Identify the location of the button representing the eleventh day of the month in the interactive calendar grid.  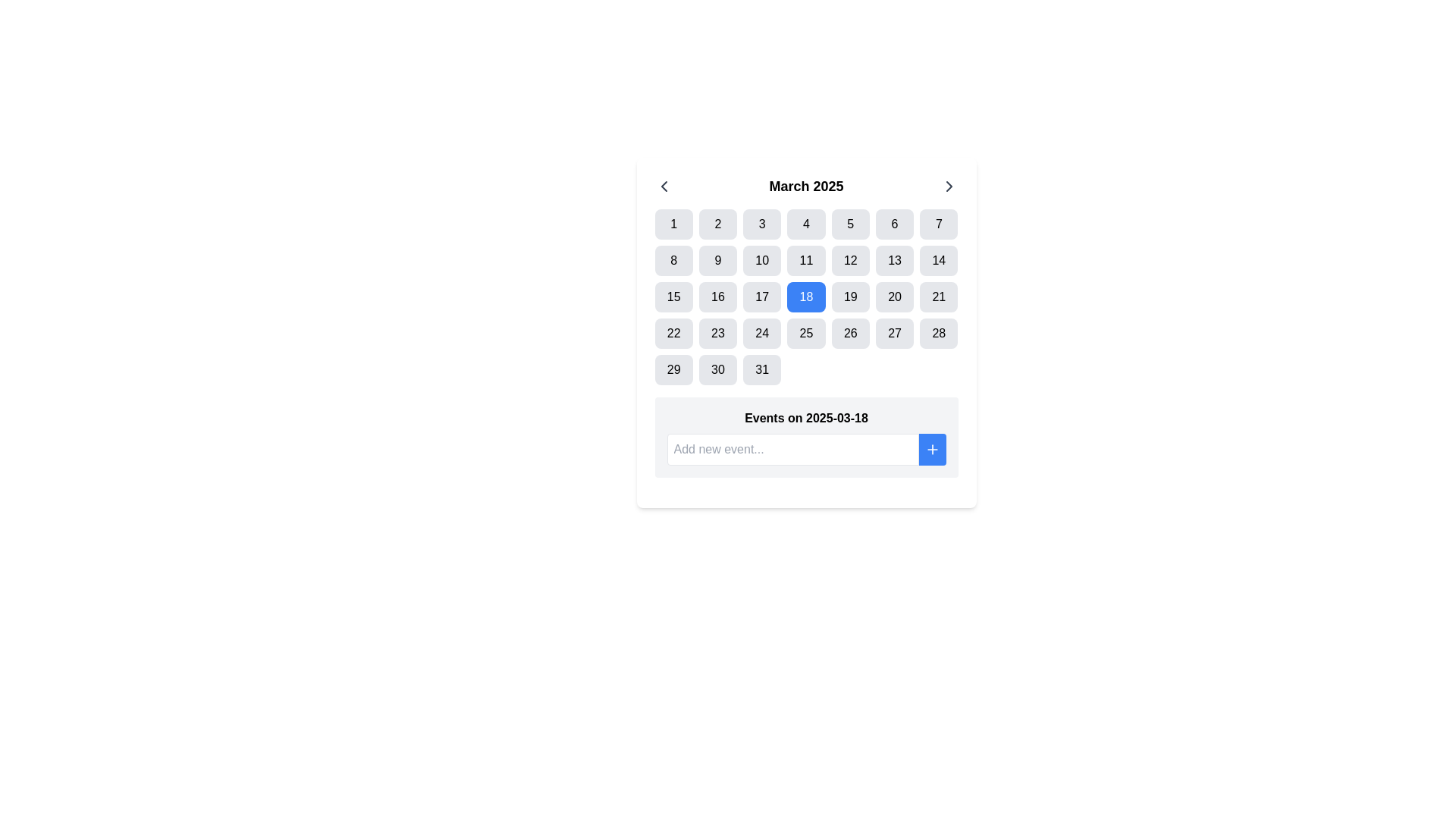
(805, 259).